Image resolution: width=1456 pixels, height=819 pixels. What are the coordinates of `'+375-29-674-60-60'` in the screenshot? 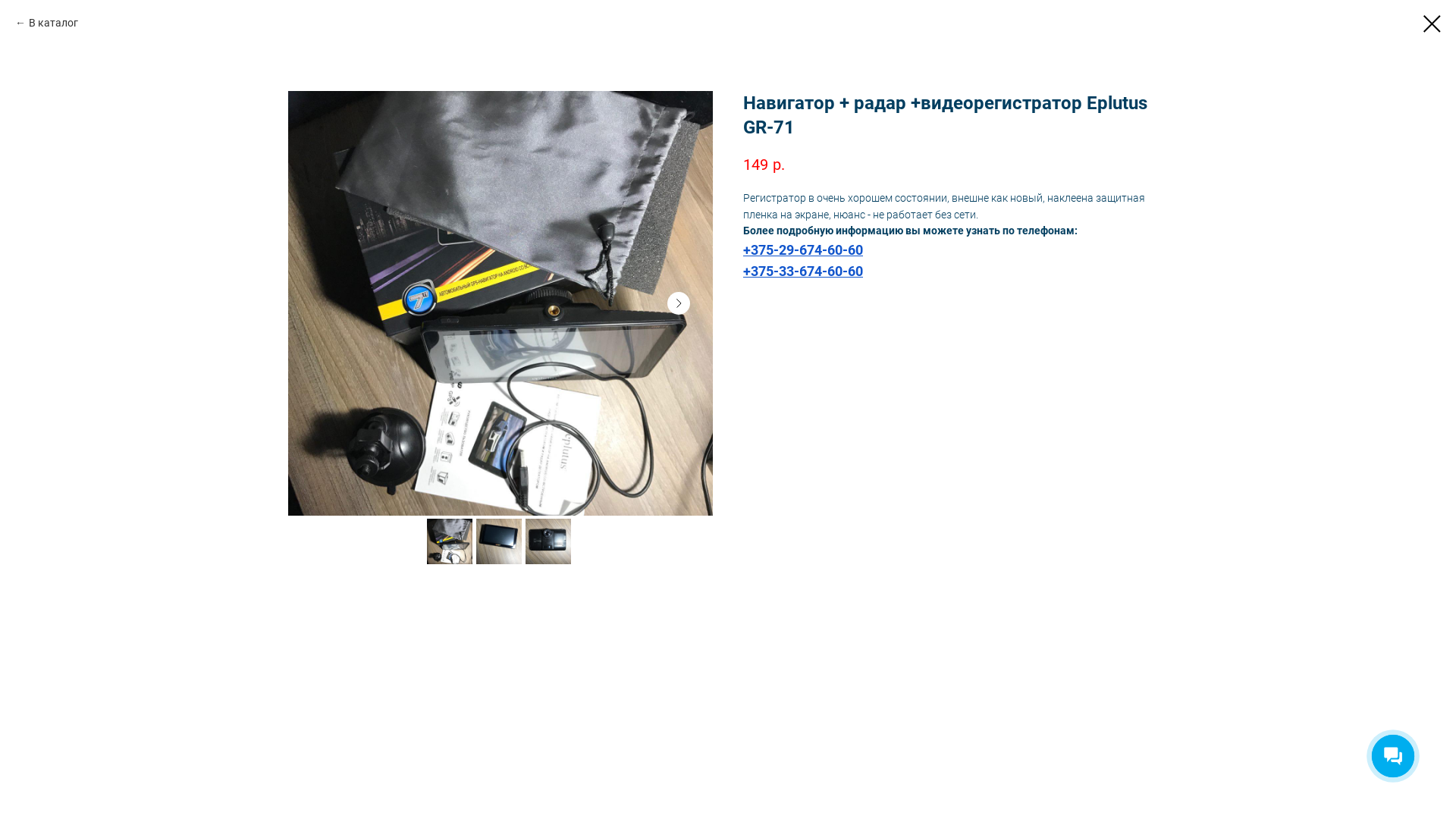 It's located at (802, 249).